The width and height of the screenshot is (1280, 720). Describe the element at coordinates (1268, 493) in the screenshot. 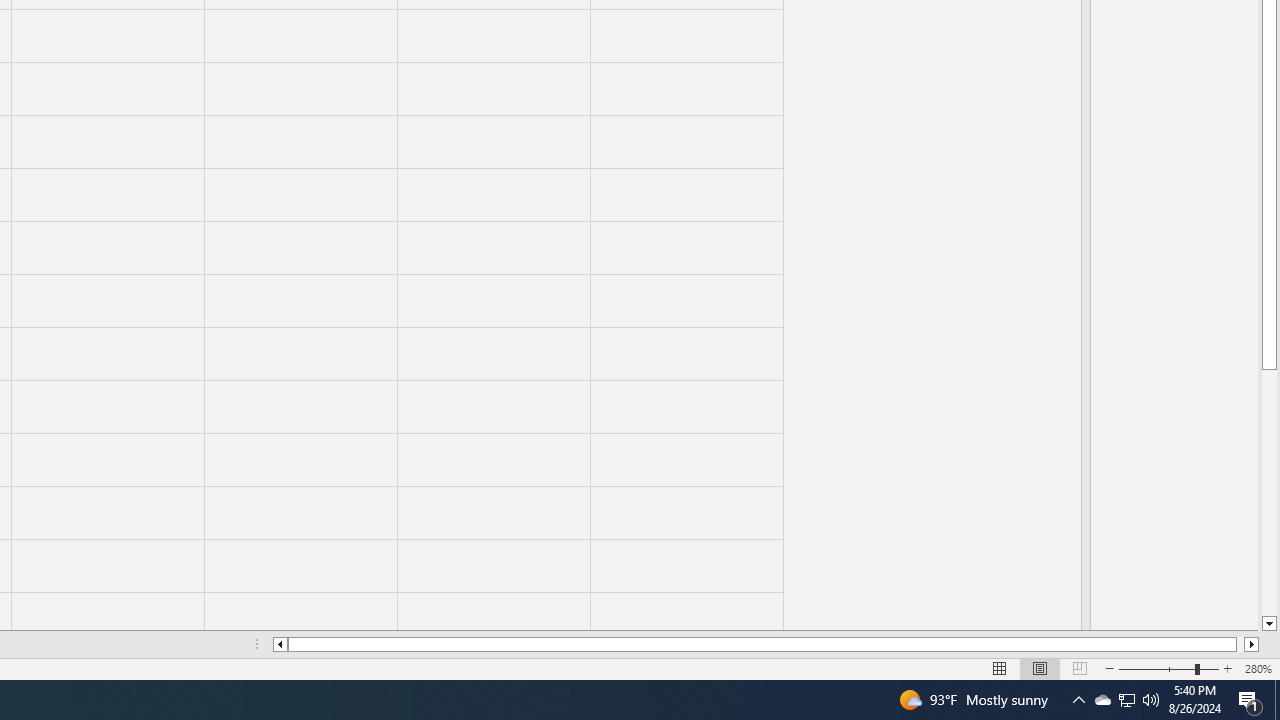

I see `'Page down'` at that location.